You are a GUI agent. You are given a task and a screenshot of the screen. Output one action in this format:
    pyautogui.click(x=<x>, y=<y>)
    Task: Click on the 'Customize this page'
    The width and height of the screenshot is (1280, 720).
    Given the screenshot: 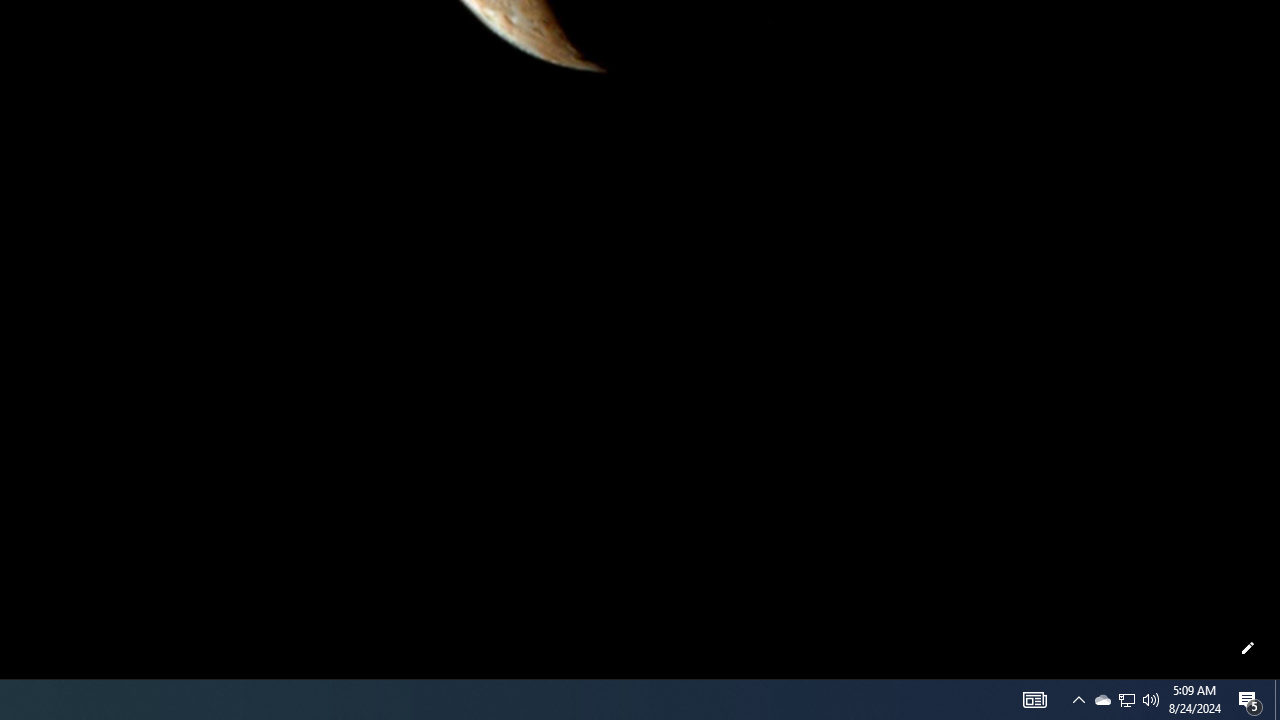 What is the action you would take?
    pyautogui.click(x=1247, y=648)
    